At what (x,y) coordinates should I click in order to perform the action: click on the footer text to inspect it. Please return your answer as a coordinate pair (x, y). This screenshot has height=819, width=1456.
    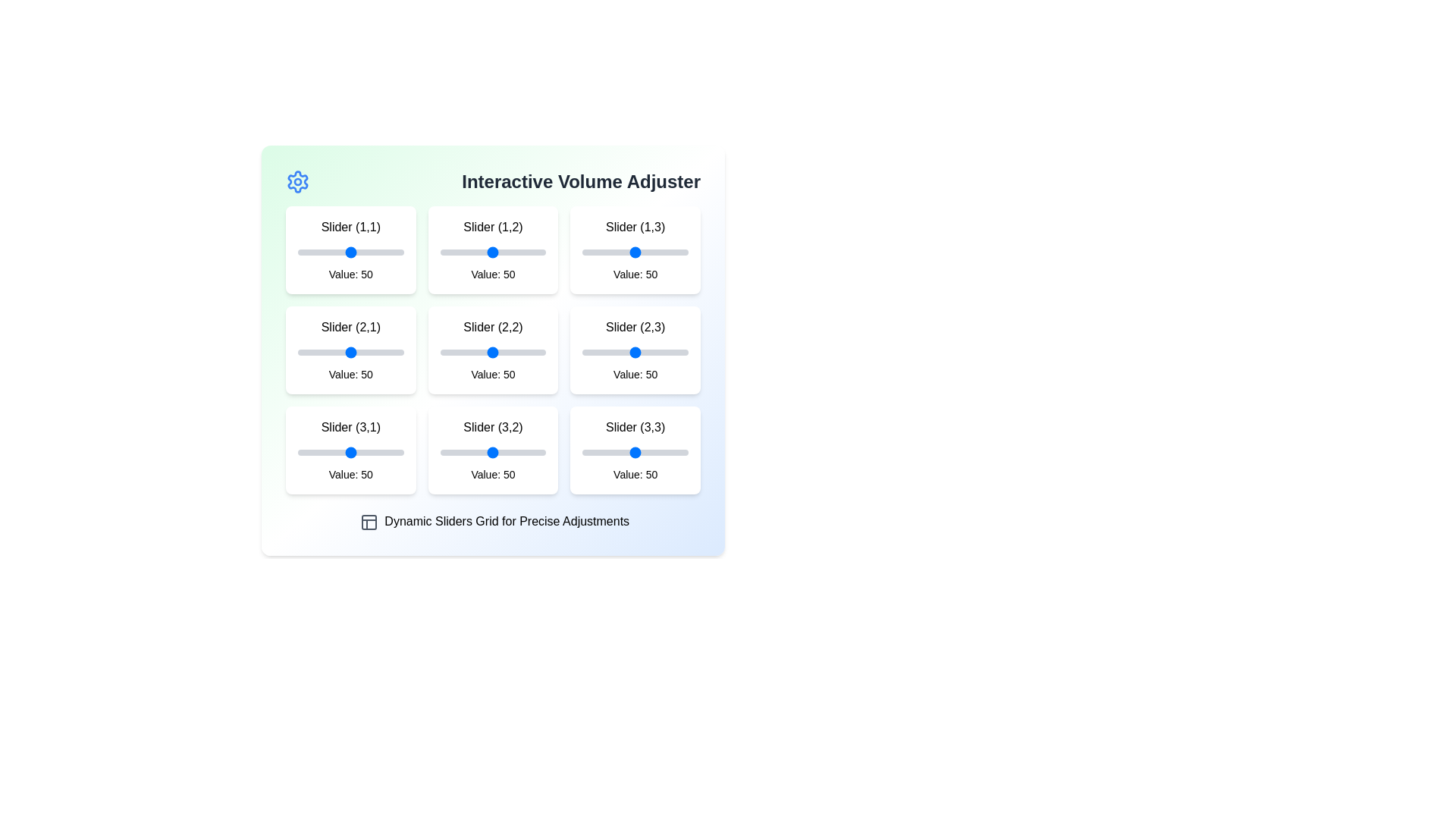
    Looking at the image, I should click on (493, 521).